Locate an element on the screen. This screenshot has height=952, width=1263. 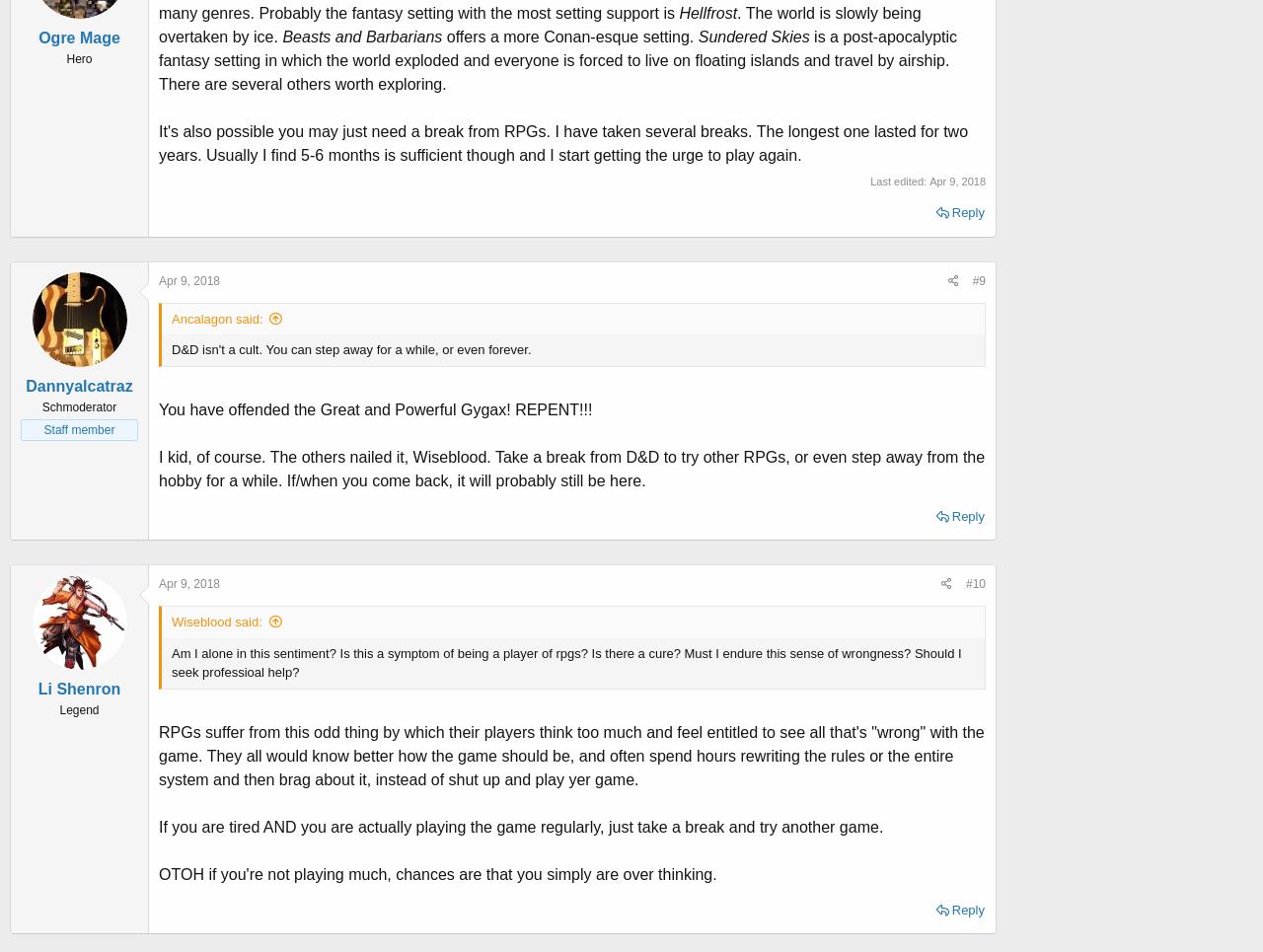
'.  The world is slowly being overtaken by ice.' is located at coordinates (539, 24).